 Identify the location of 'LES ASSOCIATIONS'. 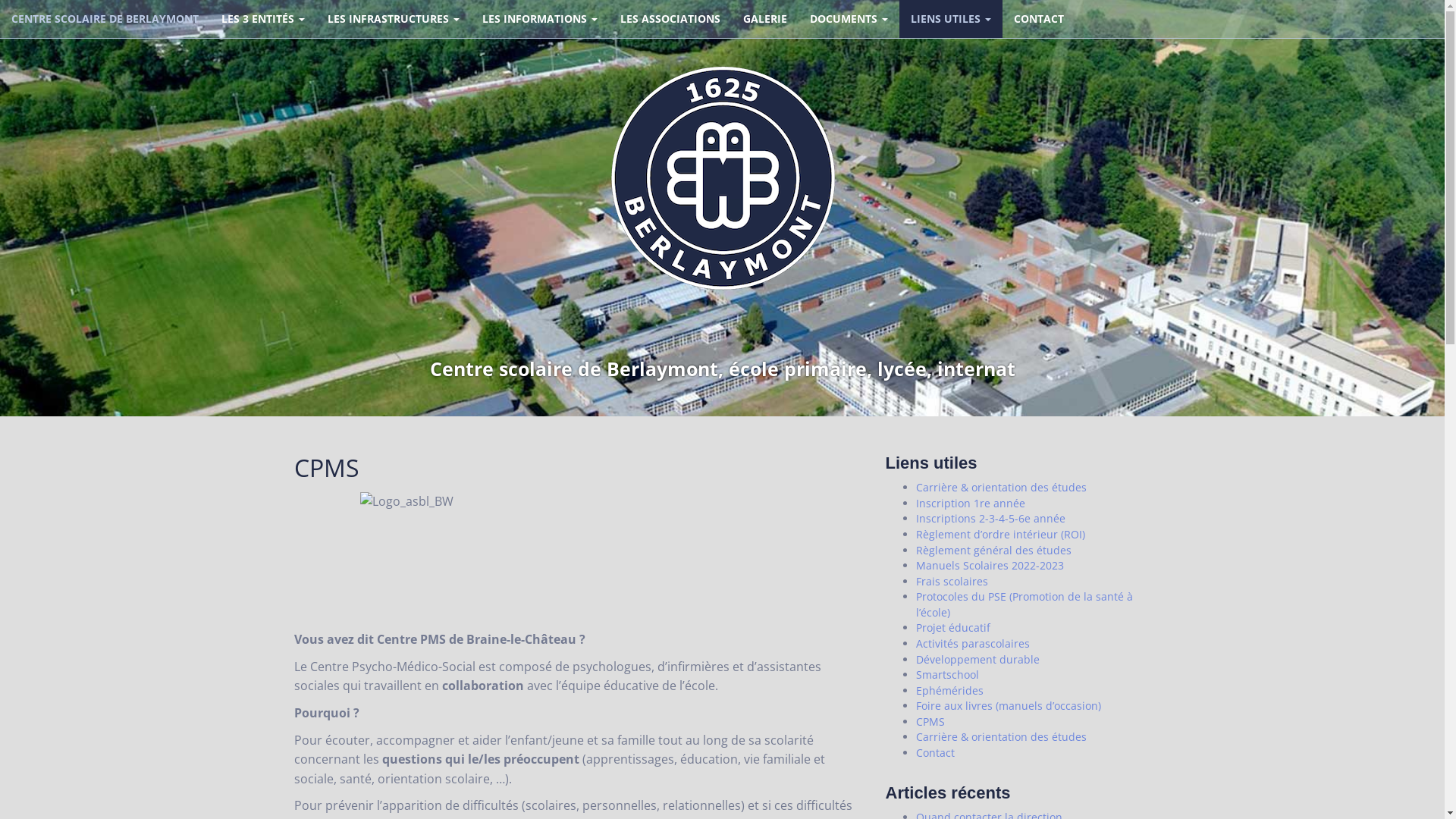
(669, 18).